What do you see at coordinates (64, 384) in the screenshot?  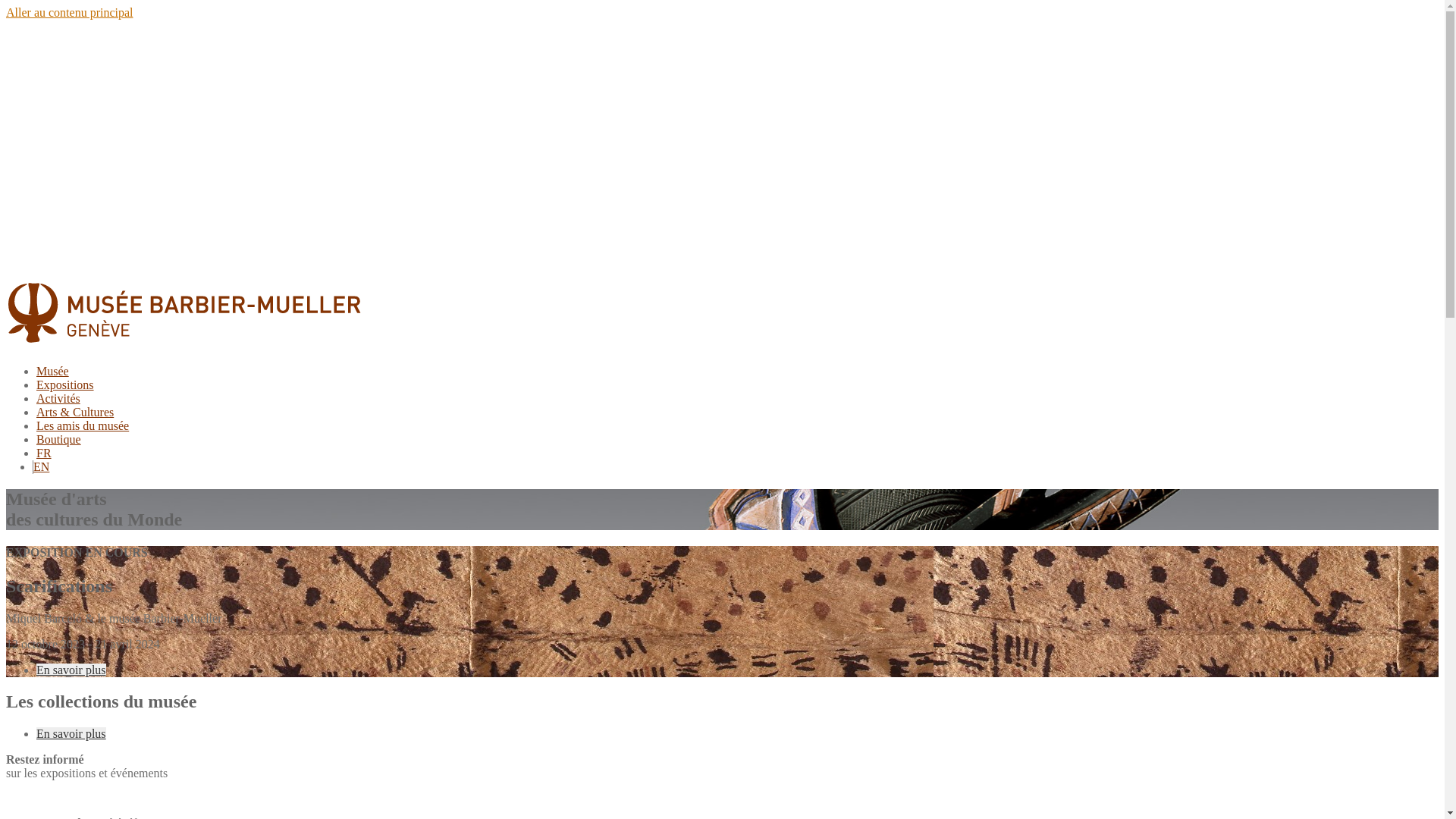 I see `'Expositions'` at bounding box center [64, 384].